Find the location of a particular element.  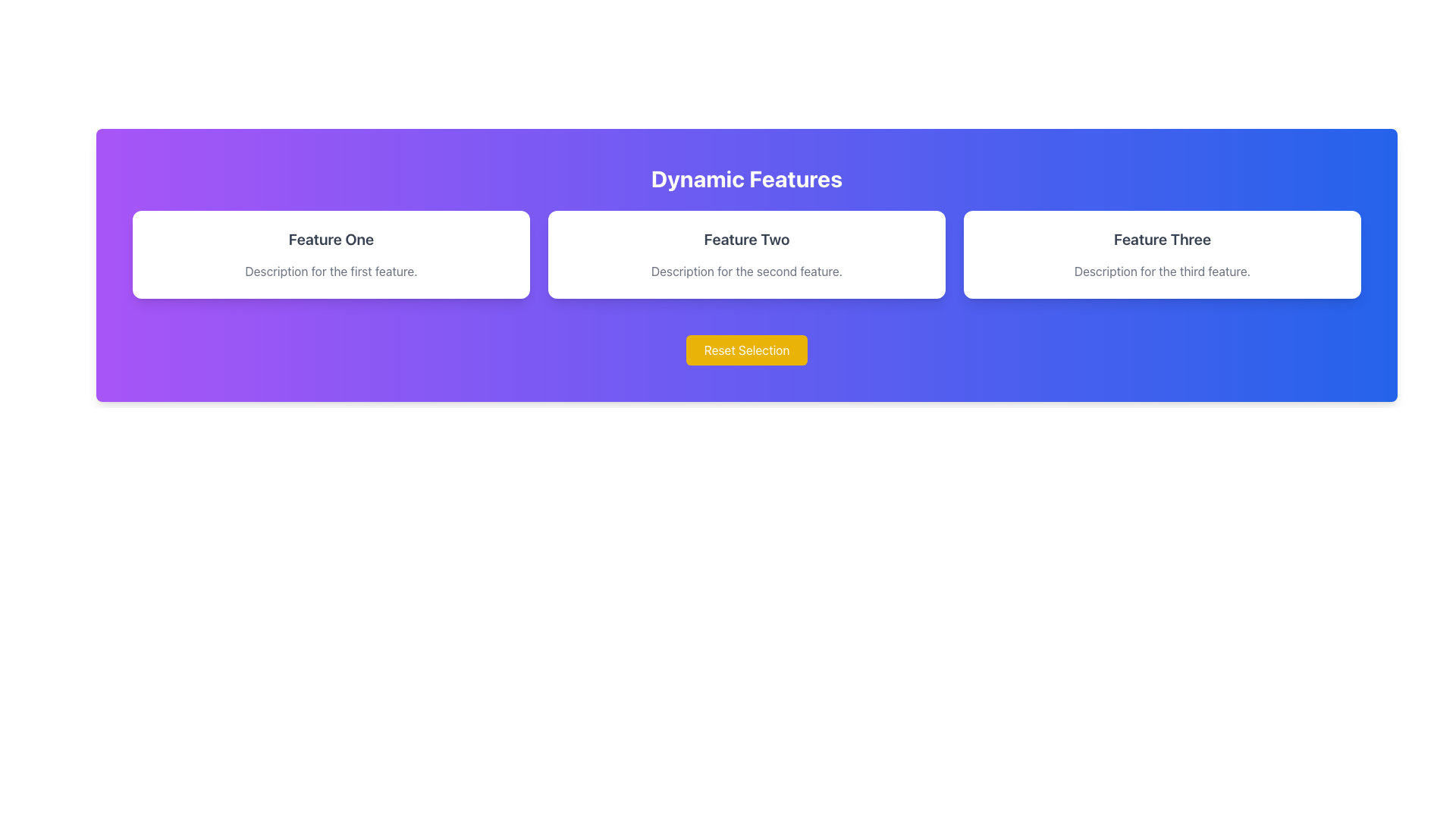

the white card labeled 'Feature Two' which is the second card in a row of three cards within the section labeled 'Dynamic Features.' is located at coordinates (746, 253).